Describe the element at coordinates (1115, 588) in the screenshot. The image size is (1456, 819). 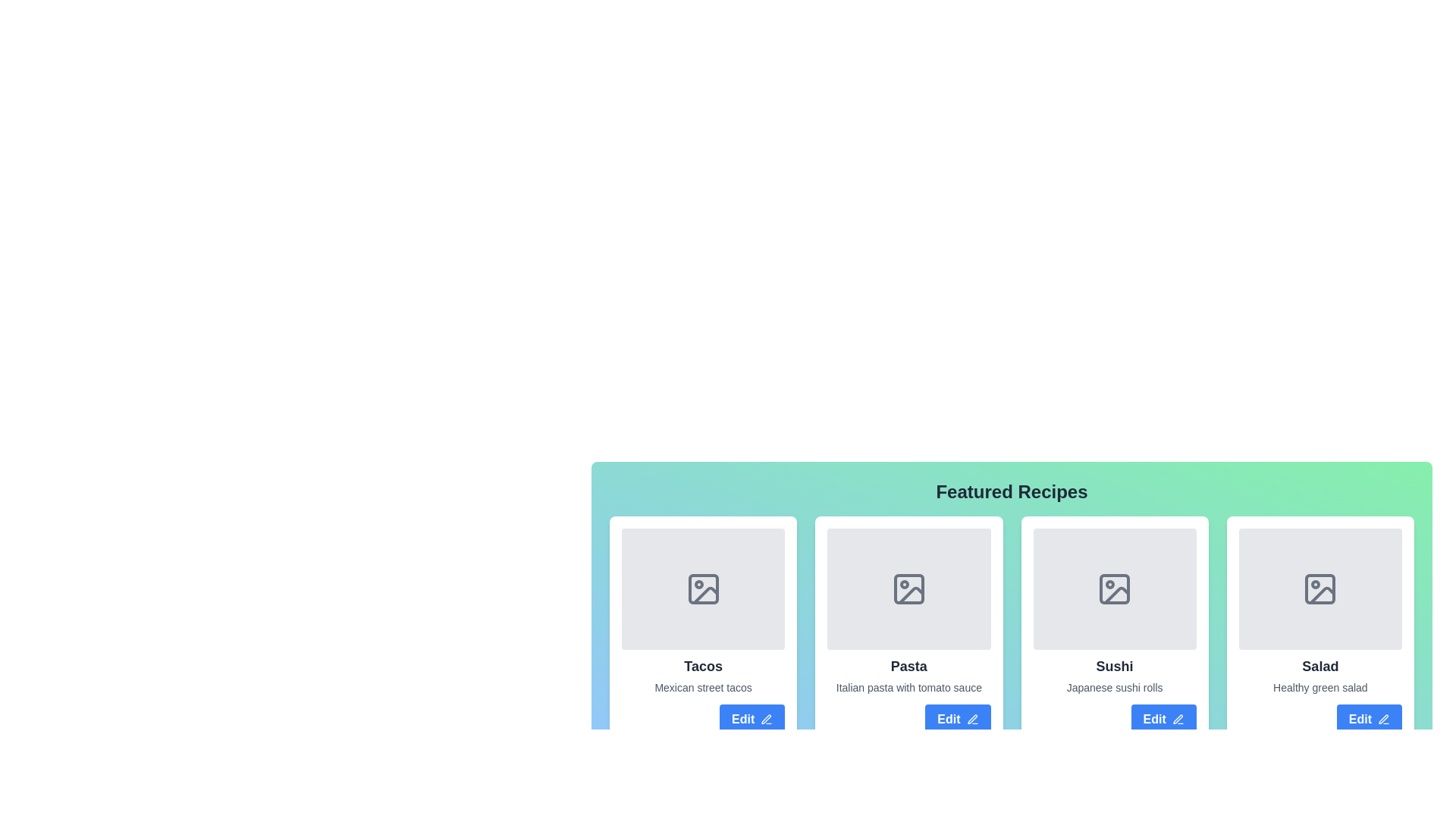
I see `the icon element that represents a symbolic image within the card labeled 'Sushi' in the 'Featured Recipes' section` at that location.